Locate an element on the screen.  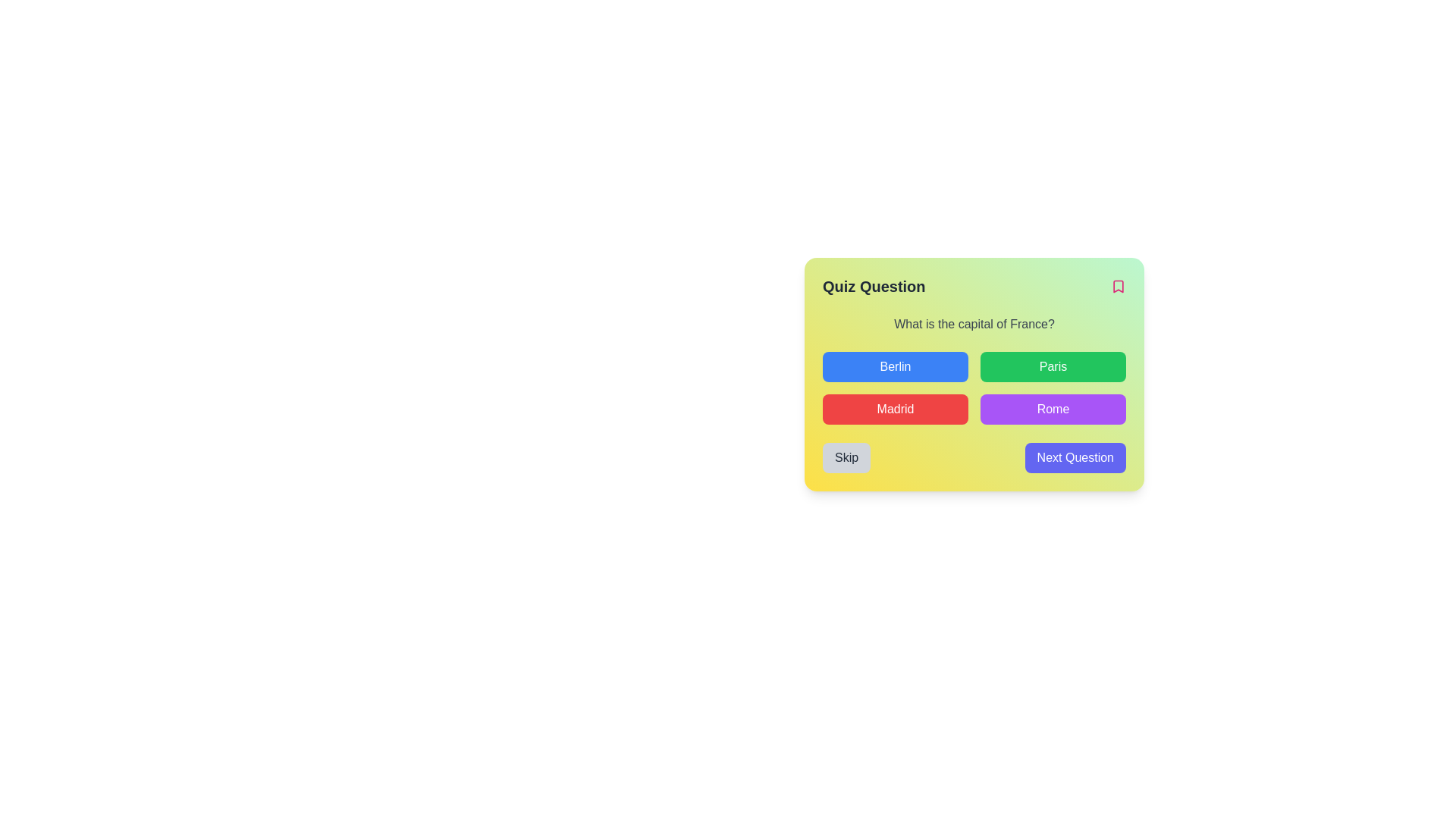
the red button labeled 'Madrid' to trigger its visual effect is located at coordinates (895, 409).